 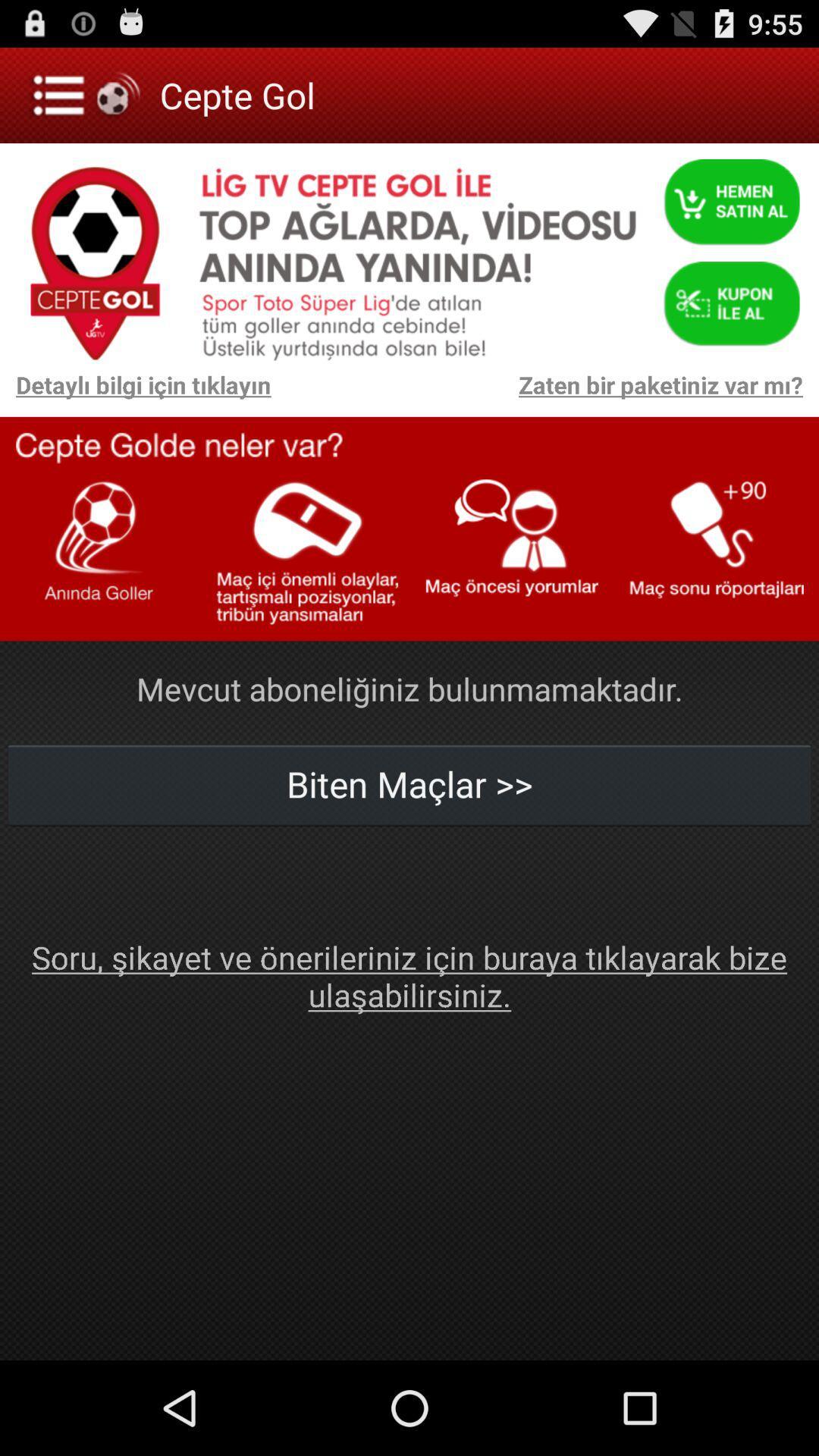 I want to click on the green button with a text kupon ile al on a right corner of page, so click(x=730, y=296).